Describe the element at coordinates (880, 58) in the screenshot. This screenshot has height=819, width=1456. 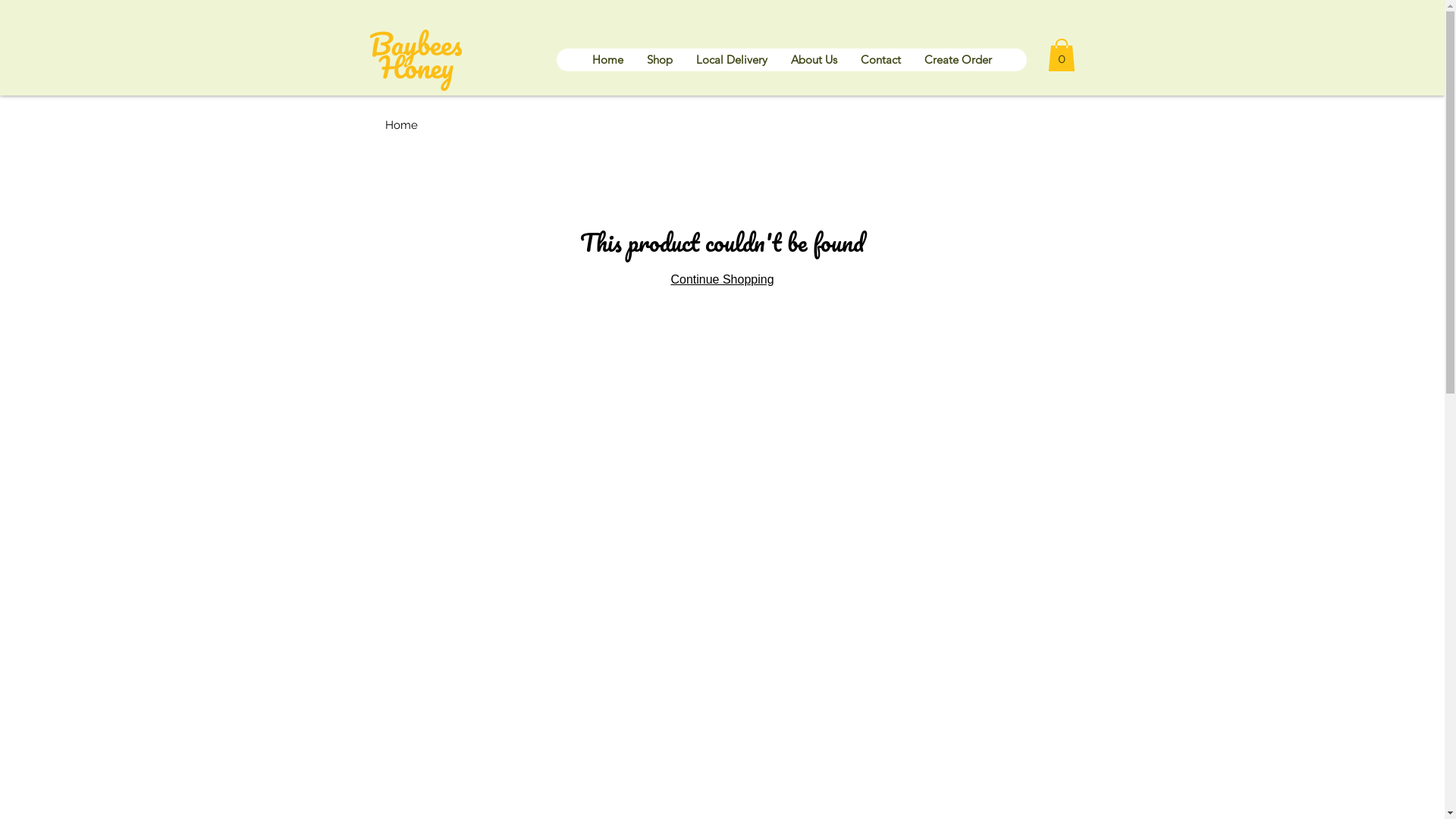
I see `'Contact'` at that location.